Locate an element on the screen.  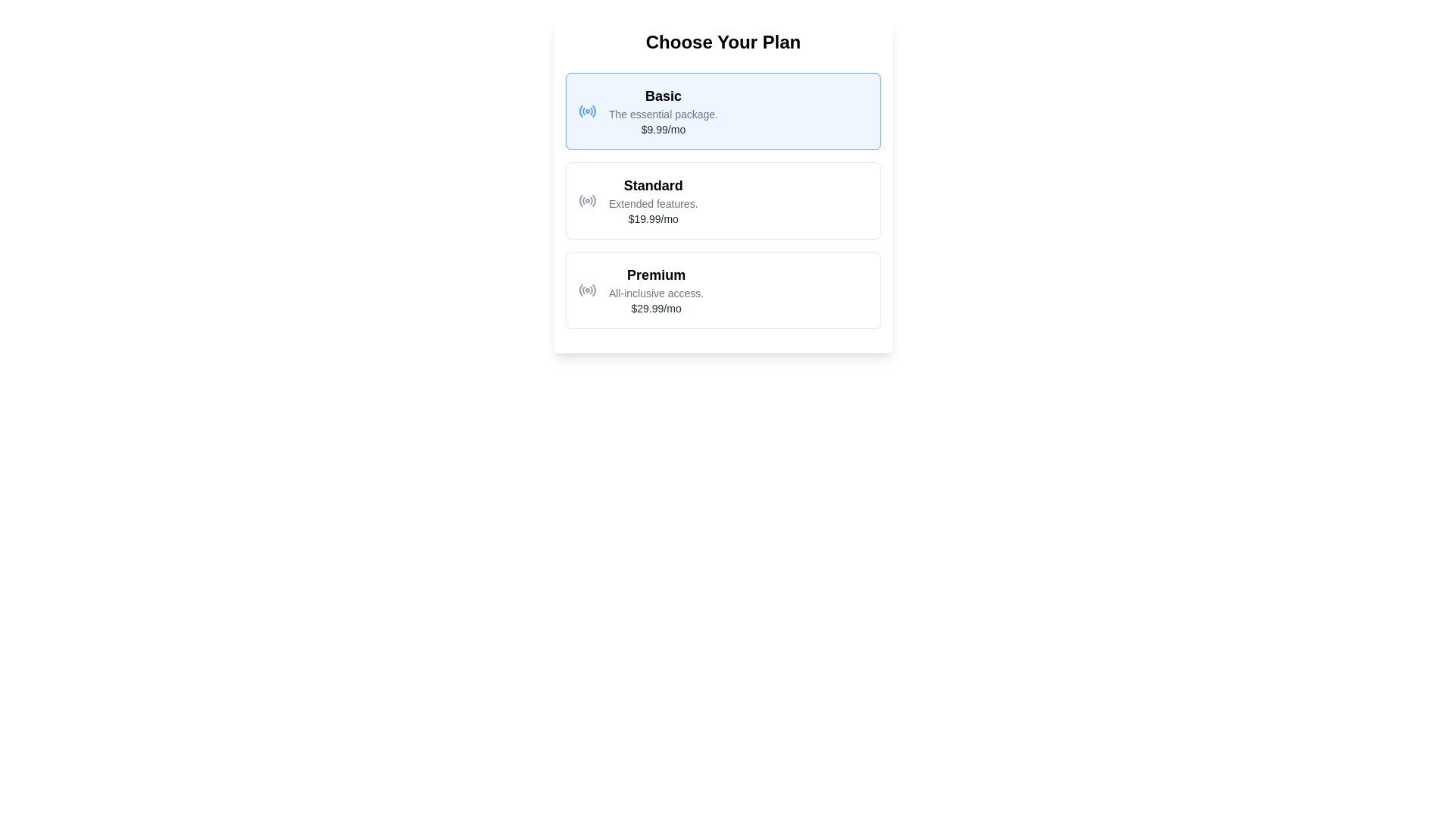
the first selectable list item representing the Basic plan is located at coordinates (663, 110).